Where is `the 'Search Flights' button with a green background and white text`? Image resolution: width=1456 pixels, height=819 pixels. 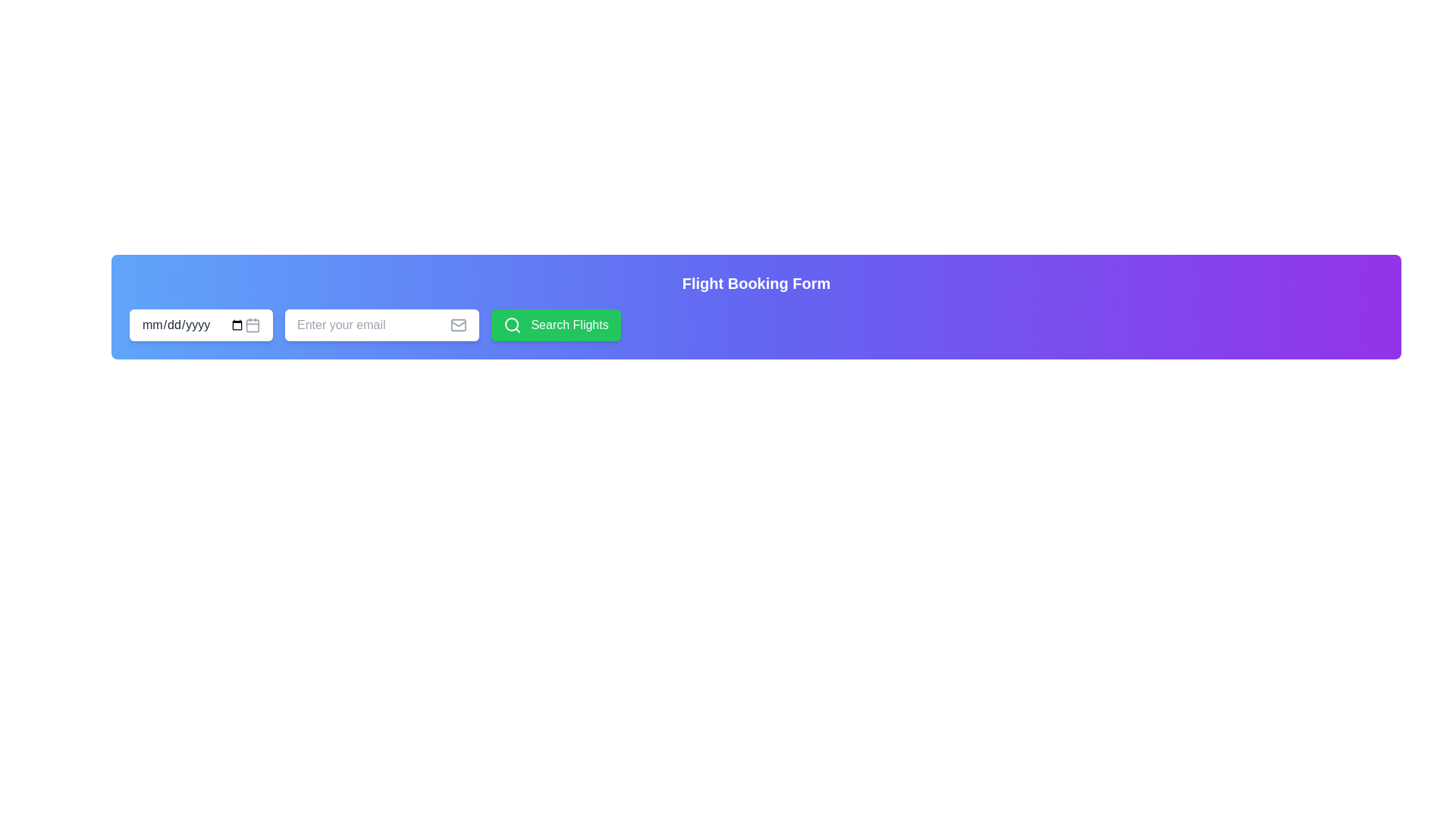 the 'Search Flights' button with a green background and white text is located at coordinates (555, 324).